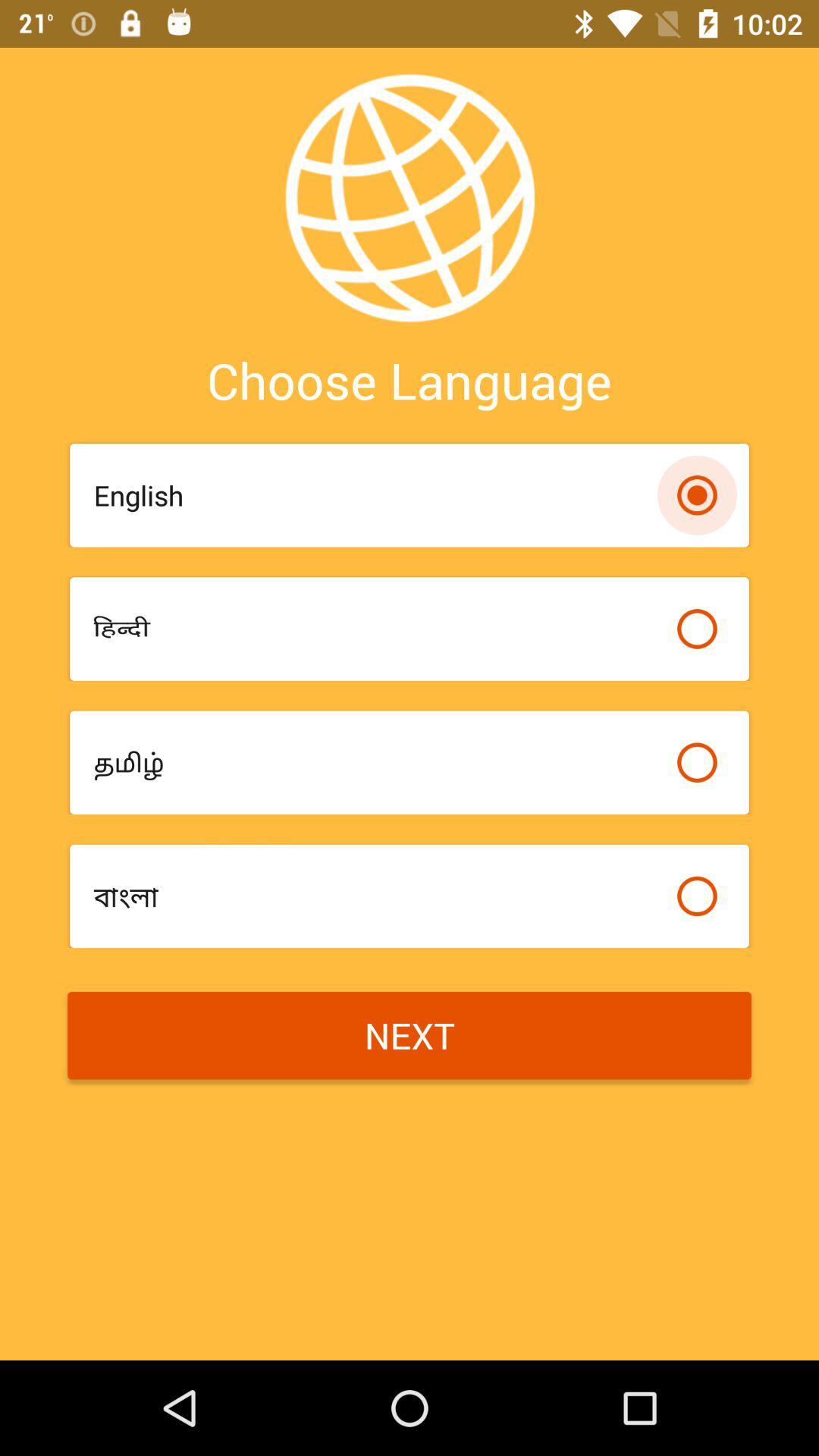  Describe the element at coordinates (376, 495) in the screenshot. I see `icon below the choose language item` at that location.